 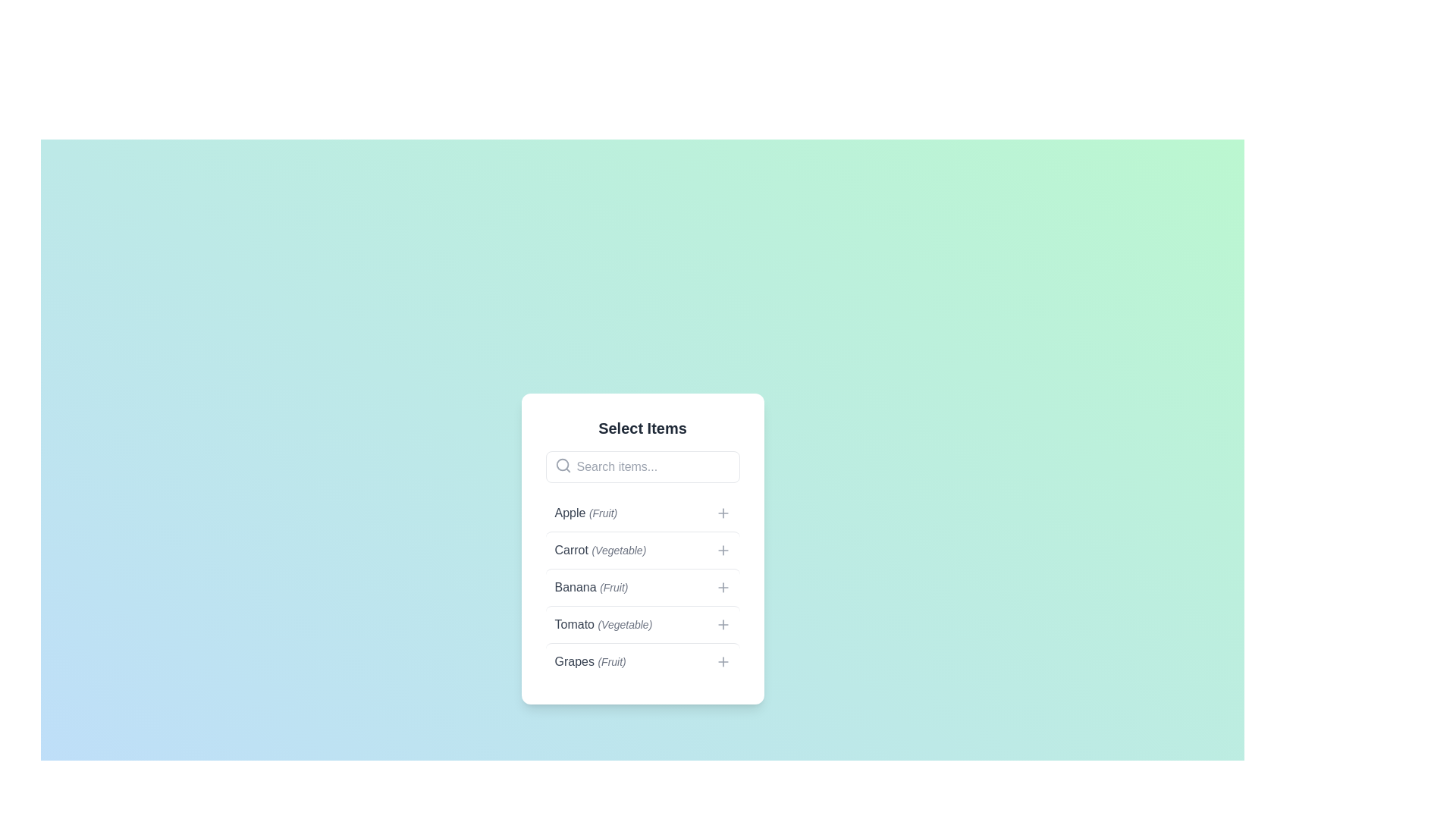 What do you see at coordinates (625, 625) in the screenshot?
I see `the text label reading '(Vegetable)' which is styled in gray and positioned to the right of the main text 'Tomato' within the 'Select Items' modal` at bounding box center [625, 625].